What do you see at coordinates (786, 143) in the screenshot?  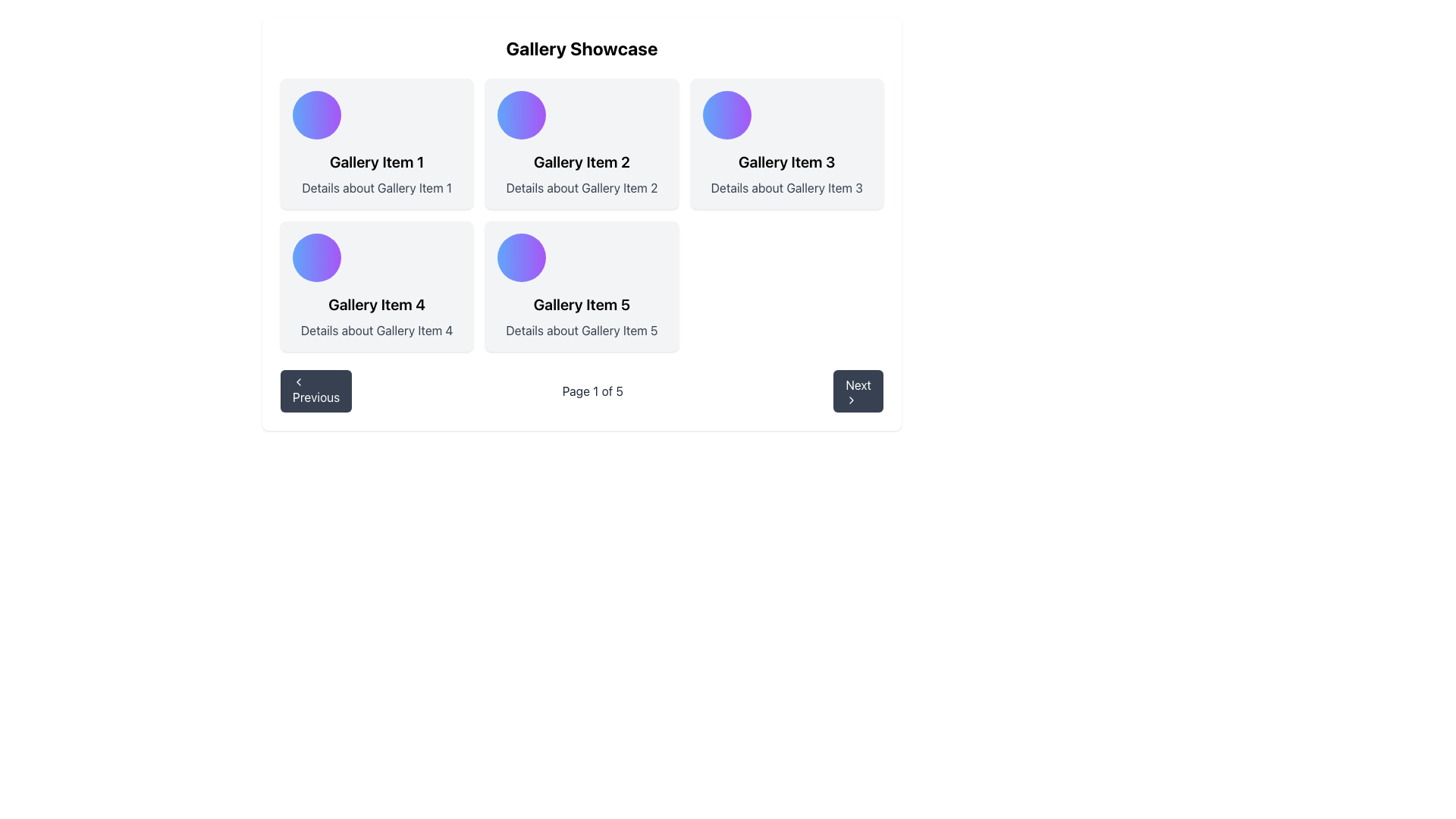 I see `contents of the Card representing 'Gallery Item 3', which is located in the top-right corner of the grid layout` at bounding box center [786, 143].